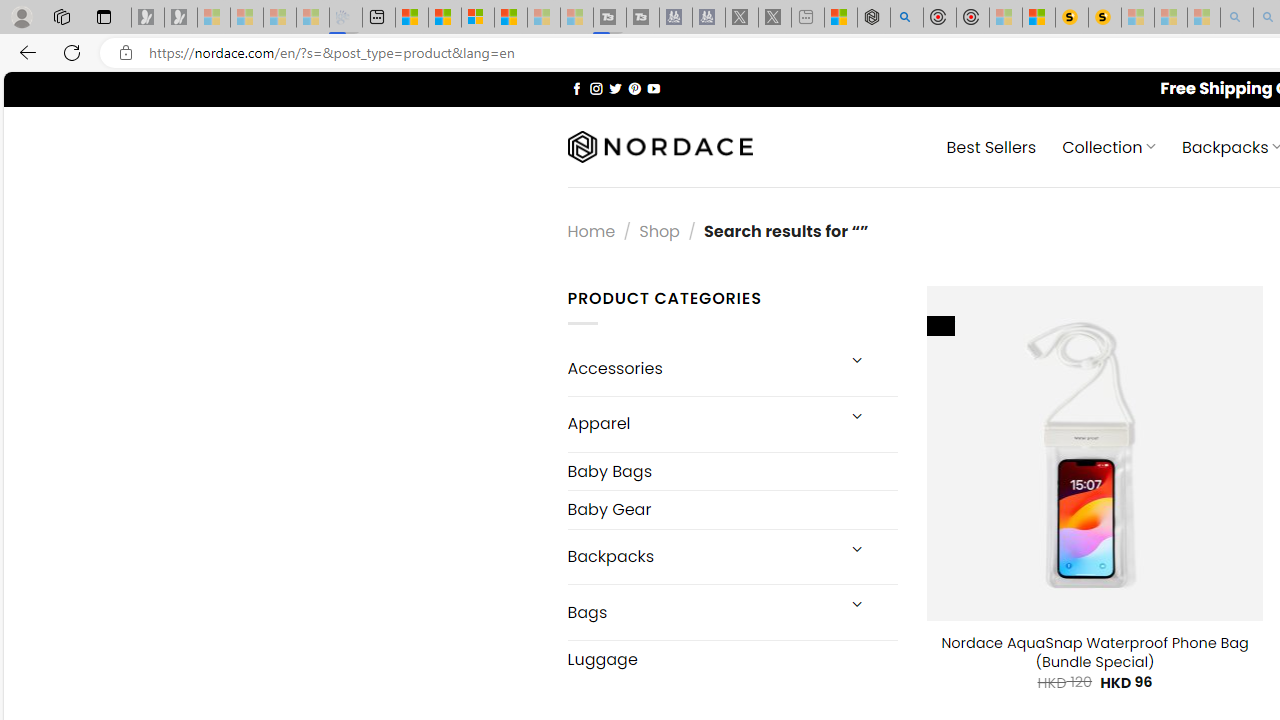 The width and height of the screenshot is (1280, 720). Describe the element at coordinates (731, 659) in the screenshot. I see `'Luggage'` at that location.